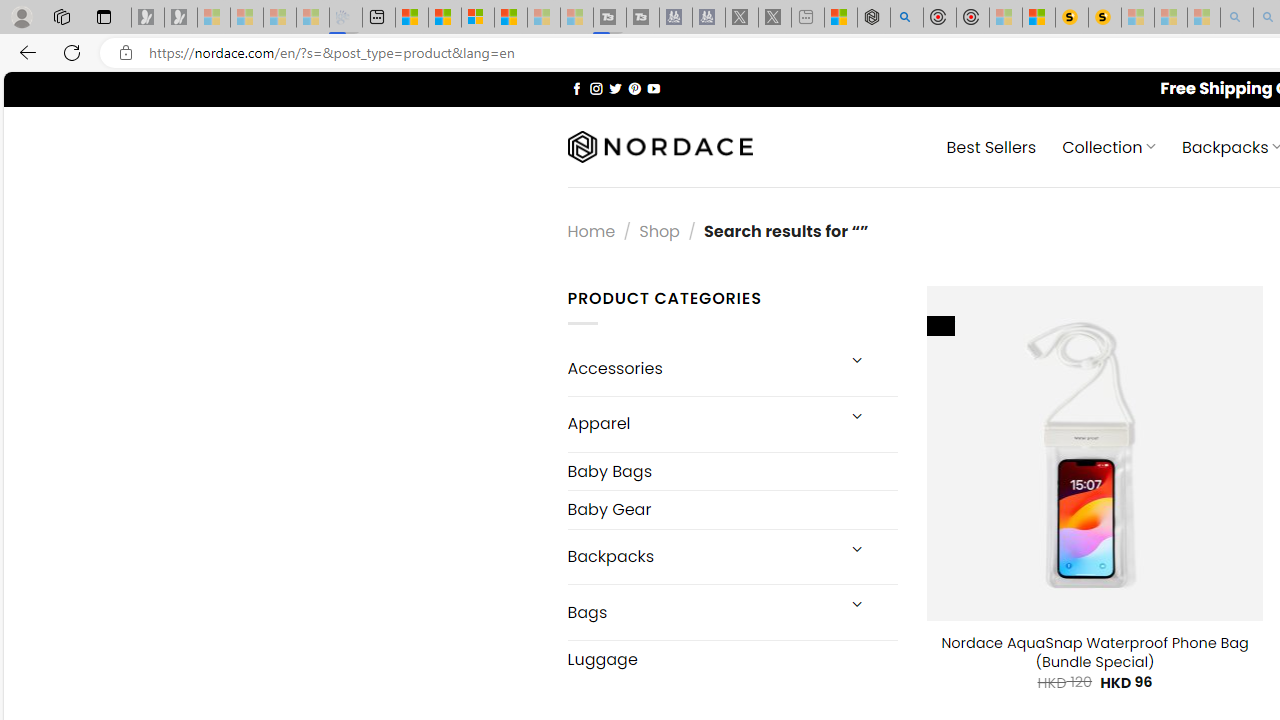 The width and height of the screenshot is (1280, 720). Describe the element at coordinates (731, 659) in the screenshot. I see `'Luggage'` at that location.